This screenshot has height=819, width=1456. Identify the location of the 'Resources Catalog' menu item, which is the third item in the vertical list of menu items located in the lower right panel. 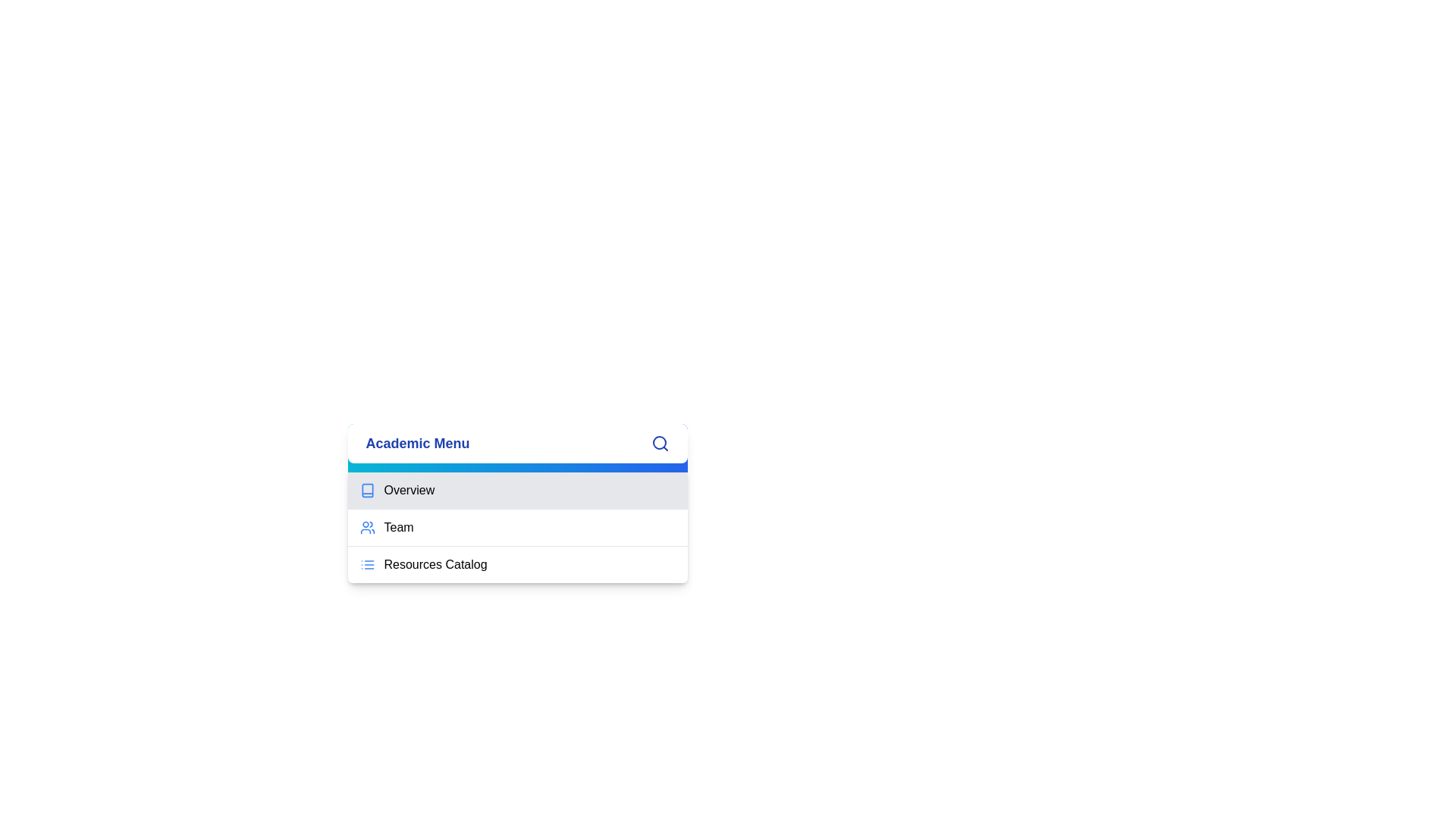
(517, 564).